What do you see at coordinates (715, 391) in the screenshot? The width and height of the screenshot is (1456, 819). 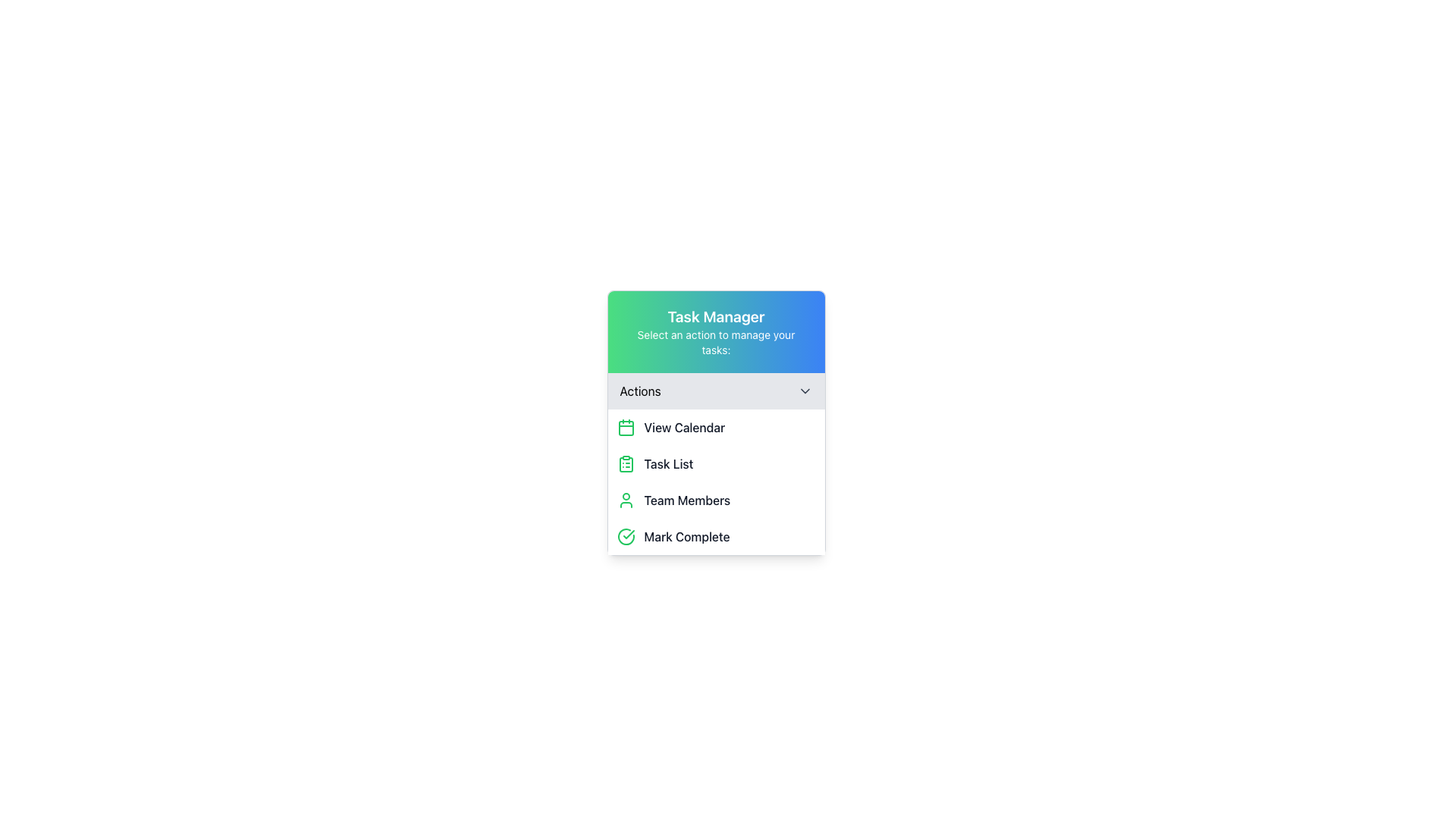 I see `the 'Actions' dropdown menu located within the 'Task Manager' panel` at bounding box center [715, 391].